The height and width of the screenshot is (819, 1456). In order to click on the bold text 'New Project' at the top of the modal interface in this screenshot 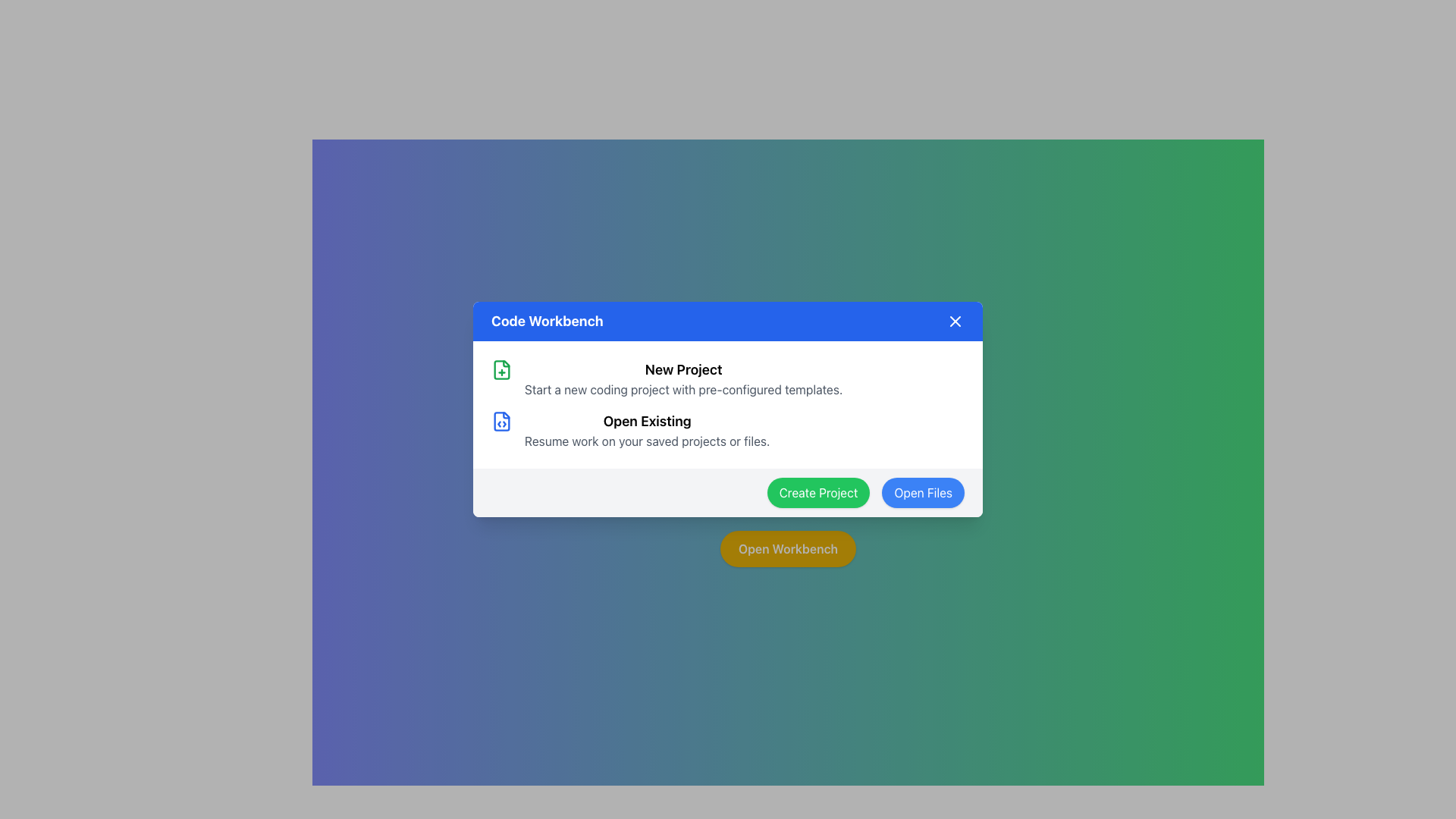, I will do `click(682, 370)`.